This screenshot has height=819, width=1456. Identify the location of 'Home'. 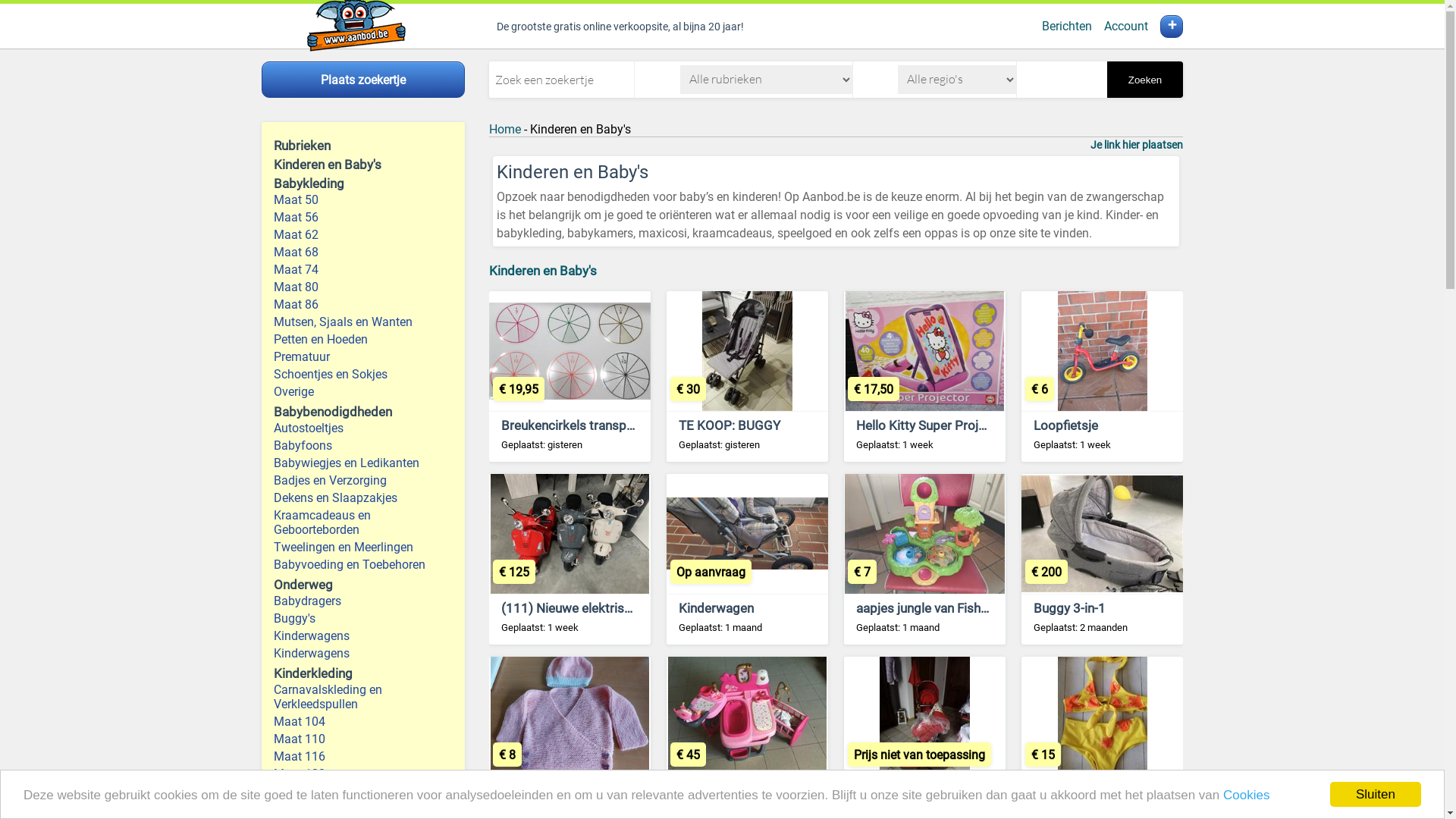
(488, 128).